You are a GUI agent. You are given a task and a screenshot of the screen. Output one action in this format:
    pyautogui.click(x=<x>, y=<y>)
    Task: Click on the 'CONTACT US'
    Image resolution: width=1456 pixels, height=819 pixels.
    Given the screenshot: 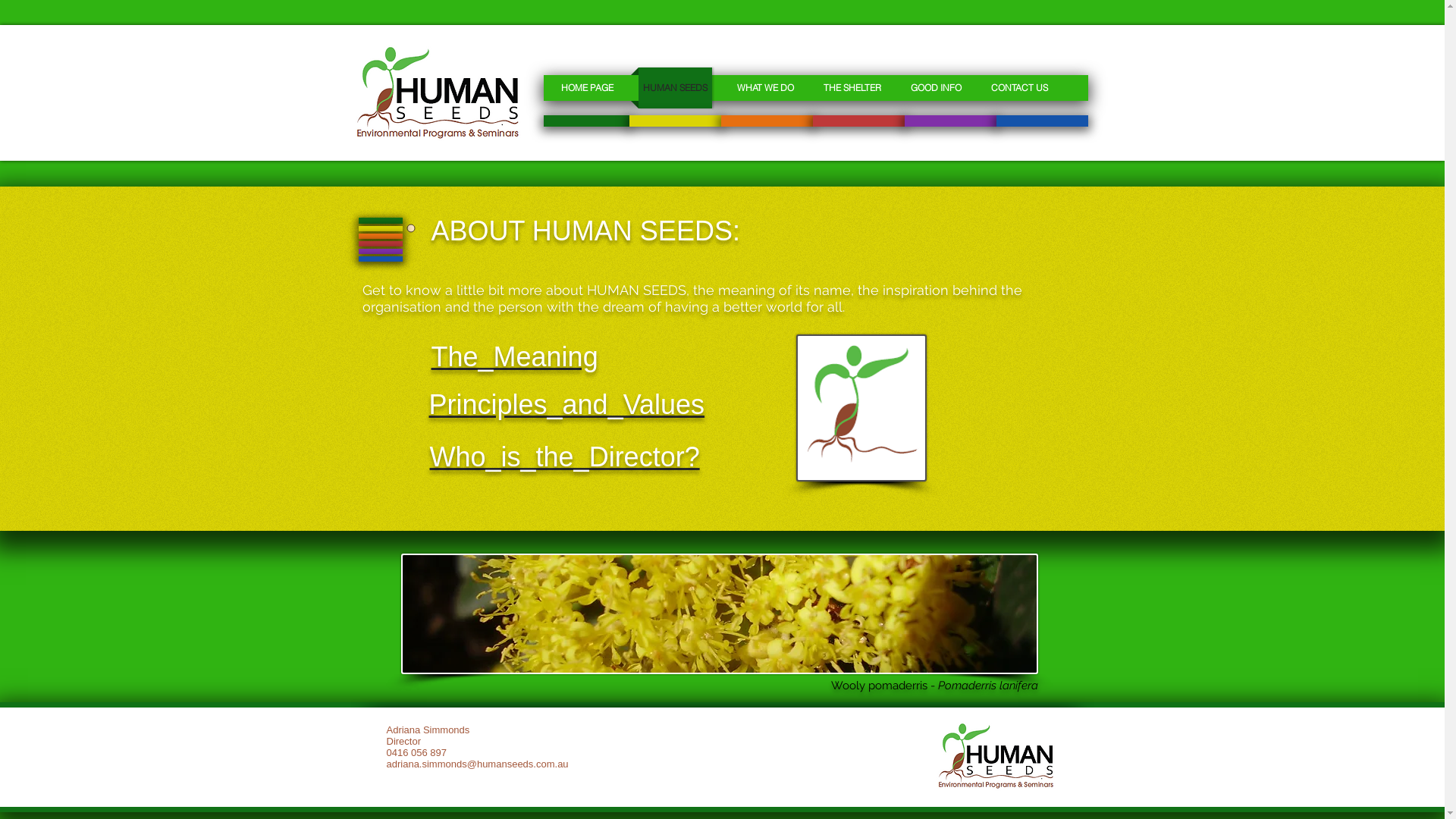 What is the action you would take?
    pyautogui.click(x=1018, y=87)
    